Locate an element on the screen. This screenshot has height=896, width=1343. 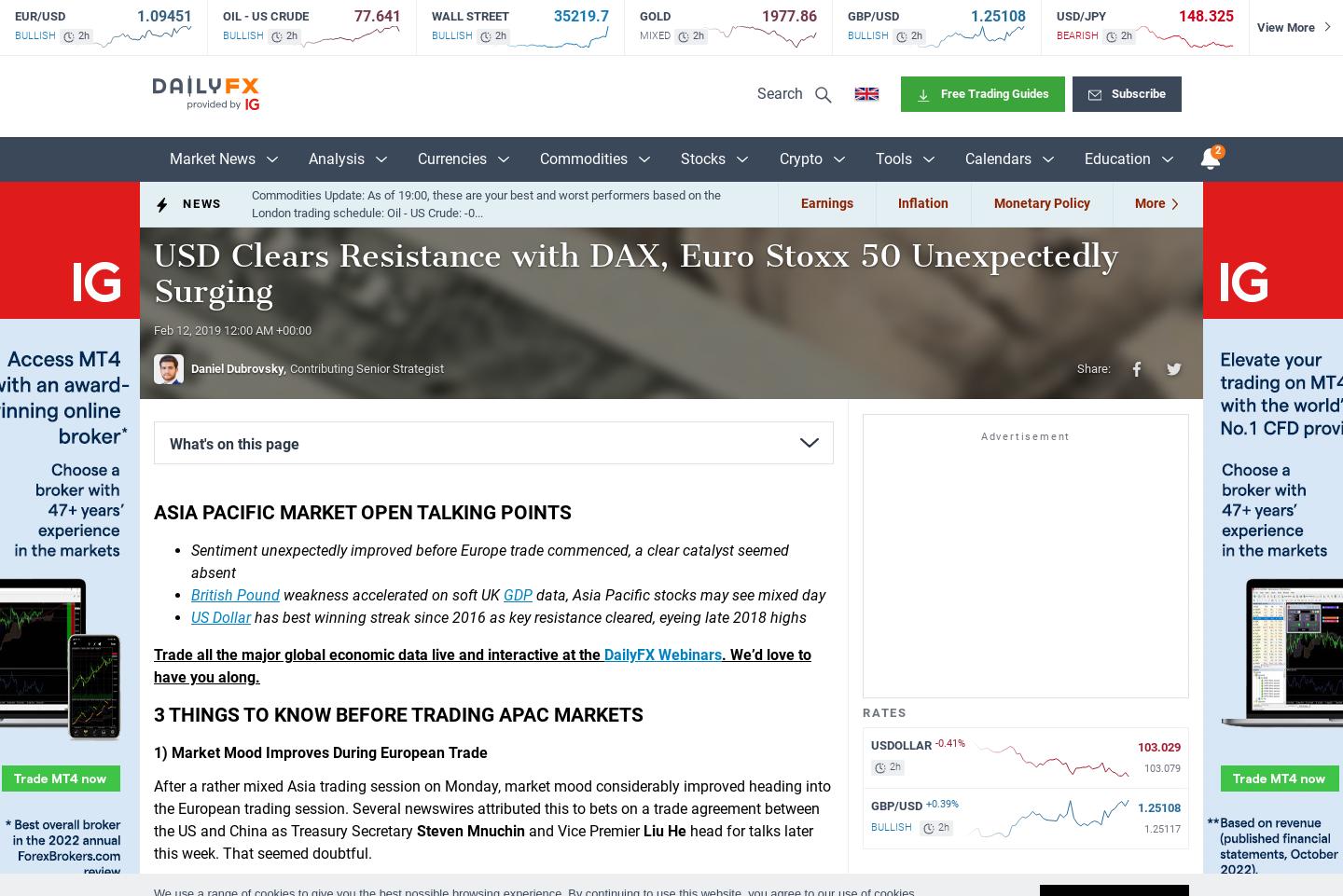
'Free Trading Guides' is located at coordinates (994, 93).